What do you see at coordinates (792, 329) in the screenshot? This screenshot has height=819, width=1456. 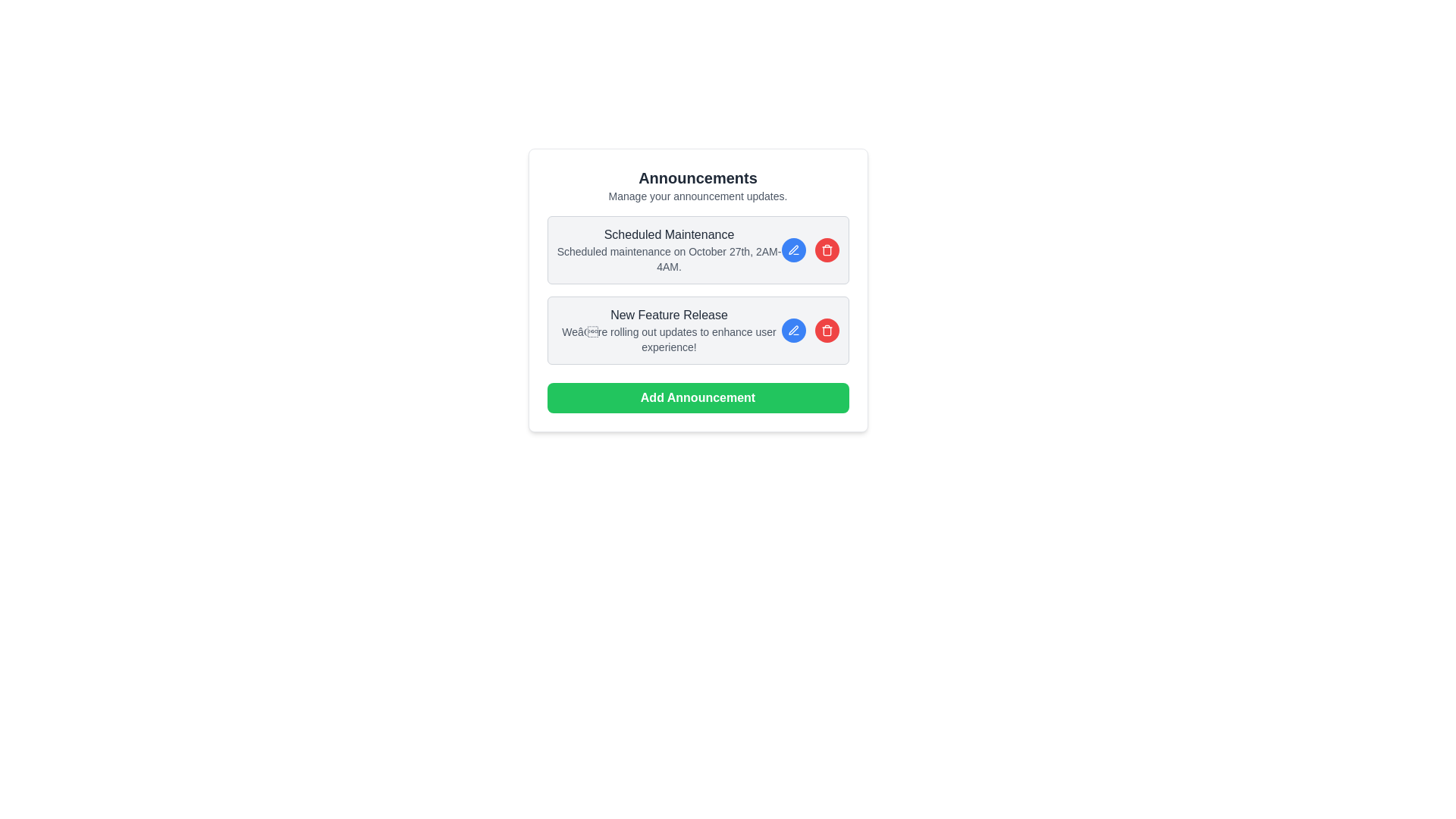 I see `the editing icon resembling a pen within a circle, located on the right side of the first announcement card next to the 'Scheduled Maintenance' text` at bounding box center [792, 329].